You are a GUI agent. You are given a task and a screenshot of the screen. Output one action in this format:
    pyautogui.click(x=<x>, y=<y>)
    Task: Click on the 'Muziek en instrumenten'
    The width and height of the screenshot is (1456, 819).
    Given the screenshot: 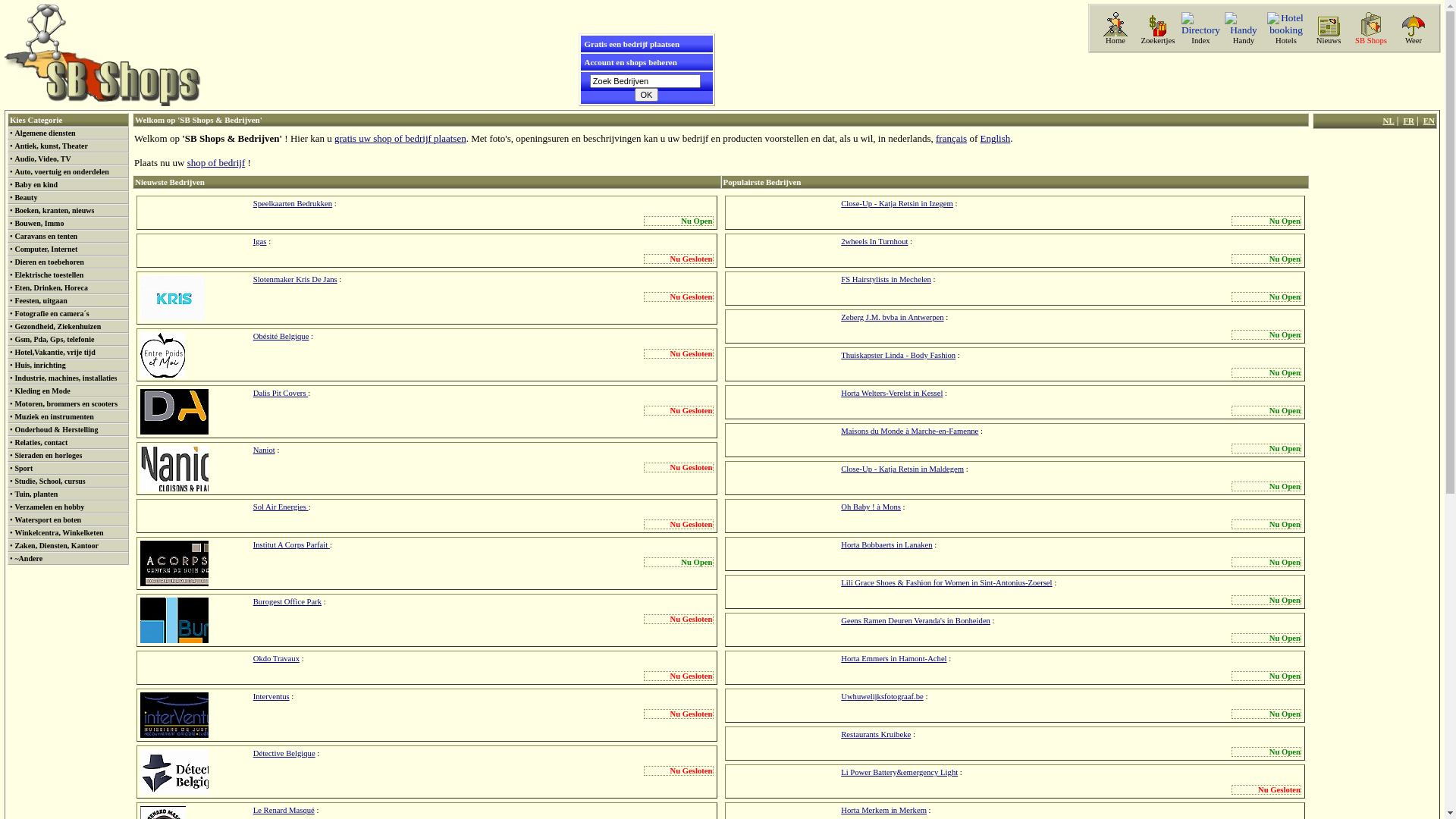 What is the action you would take?
    pyautogui.click(x=54, y=416)
    